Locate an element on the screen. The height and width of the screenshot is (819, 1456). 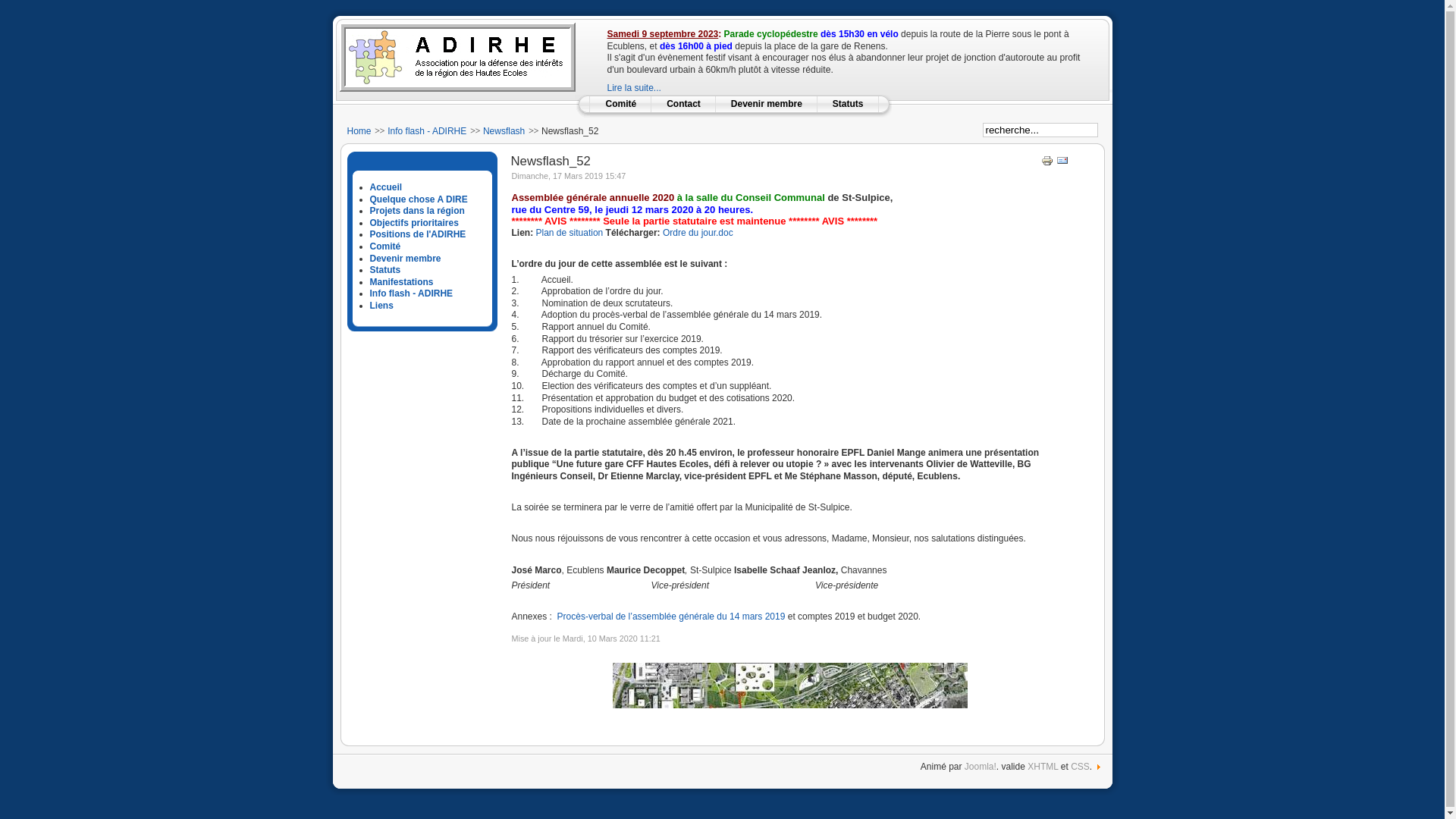
'Objectifs prioritaires' is located at coordinates (414, 222).